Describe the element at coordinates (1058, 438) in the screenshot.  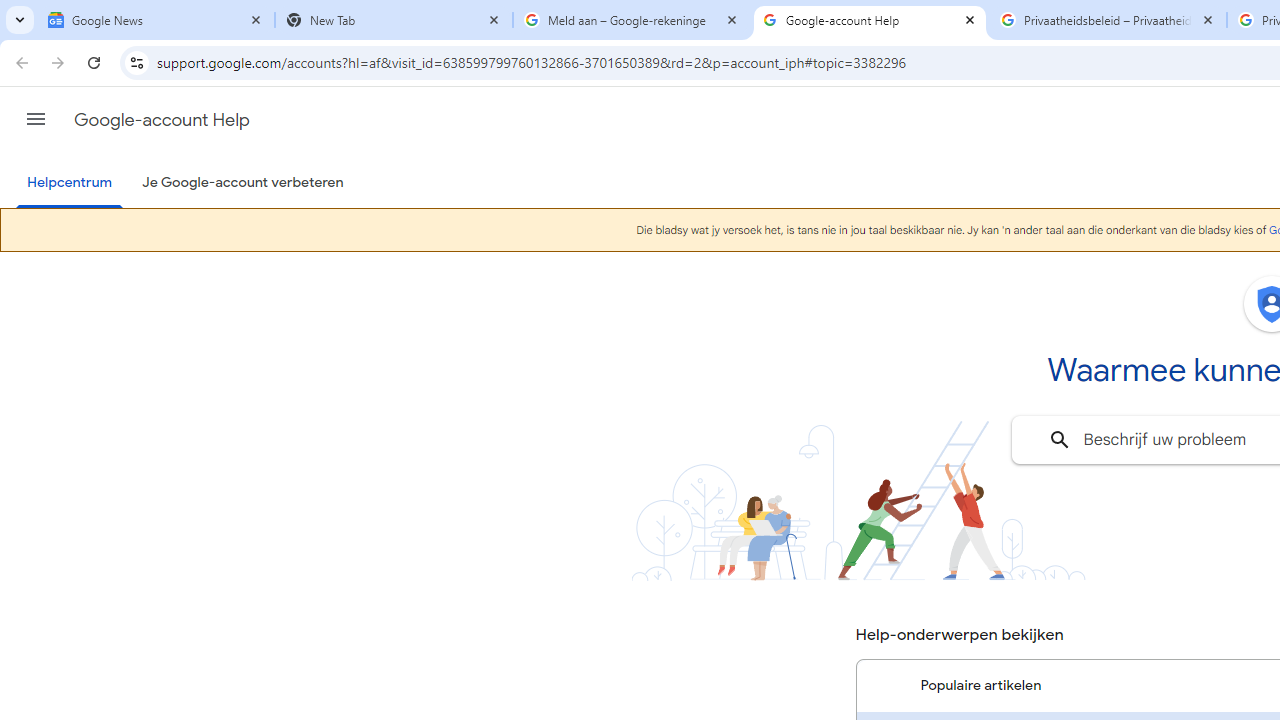
I see `'Zoeken'` at that location.